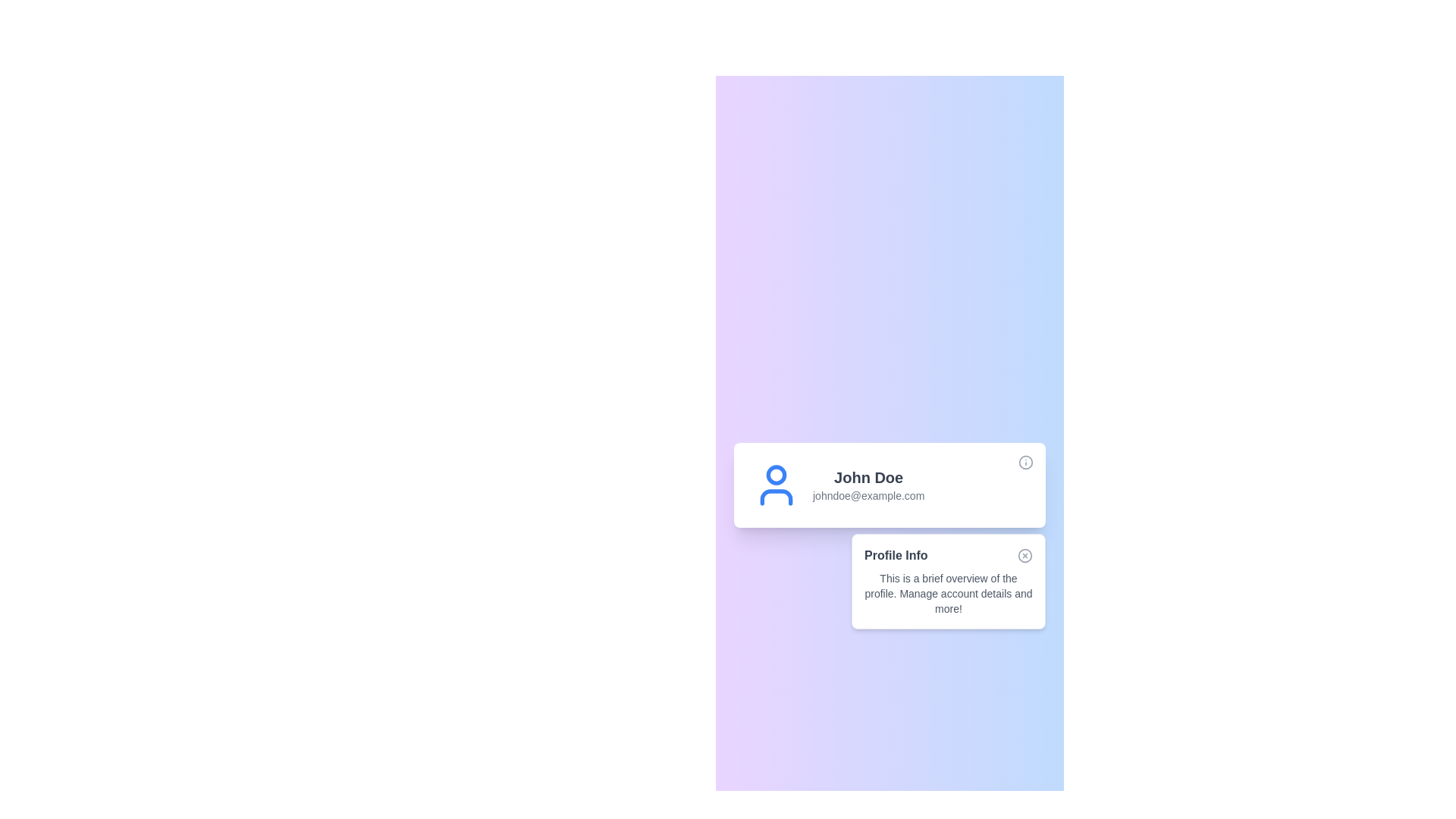  I want to click on the dismiss icon (circle within an SVG) located at the top-right corner of the 'Profile Info' card to trigger the dismiss functionality, so click(1025, 555).